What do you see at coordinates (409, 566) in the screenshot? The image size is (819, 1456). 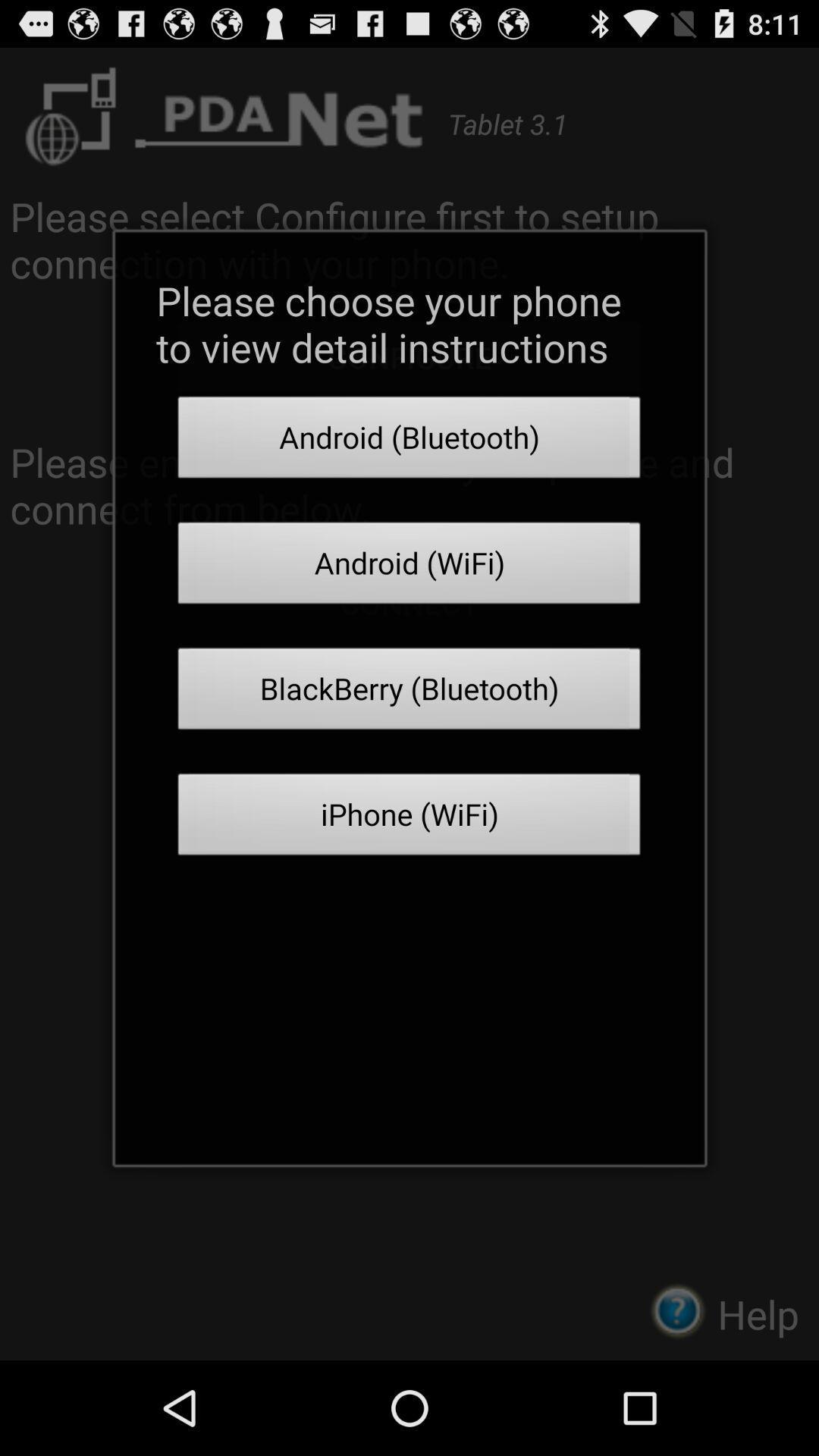 I see `android (wifi) icon` at bounding box center [409, 566].